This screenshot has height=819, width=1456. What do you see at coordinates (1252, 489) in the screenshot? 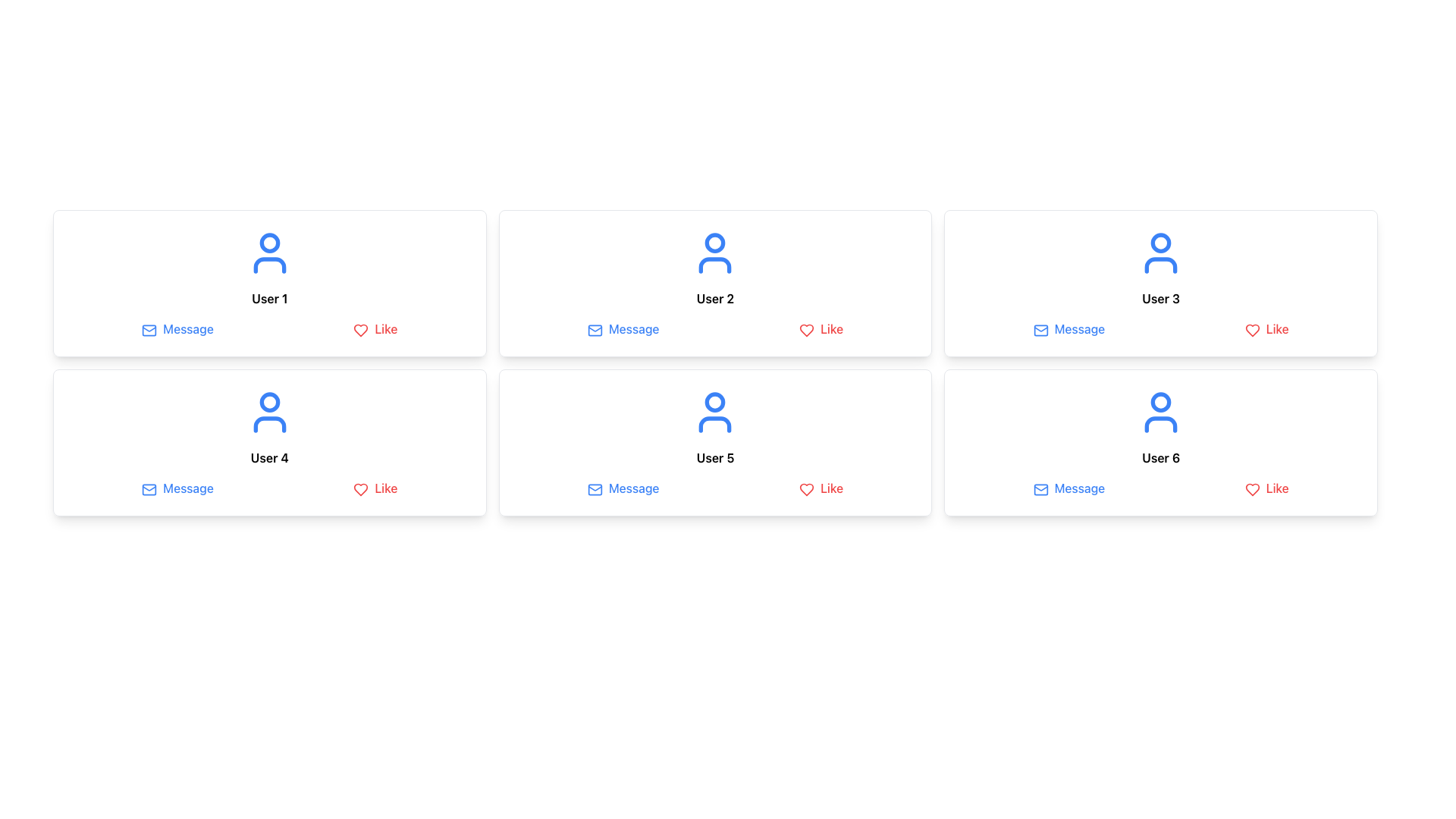
I see `the heart-shaped red icon located to the right of the 'Like' text, positioned in the bottom-right section of the third card in the second row of a grid layout` at bounding box center [1252, 489].